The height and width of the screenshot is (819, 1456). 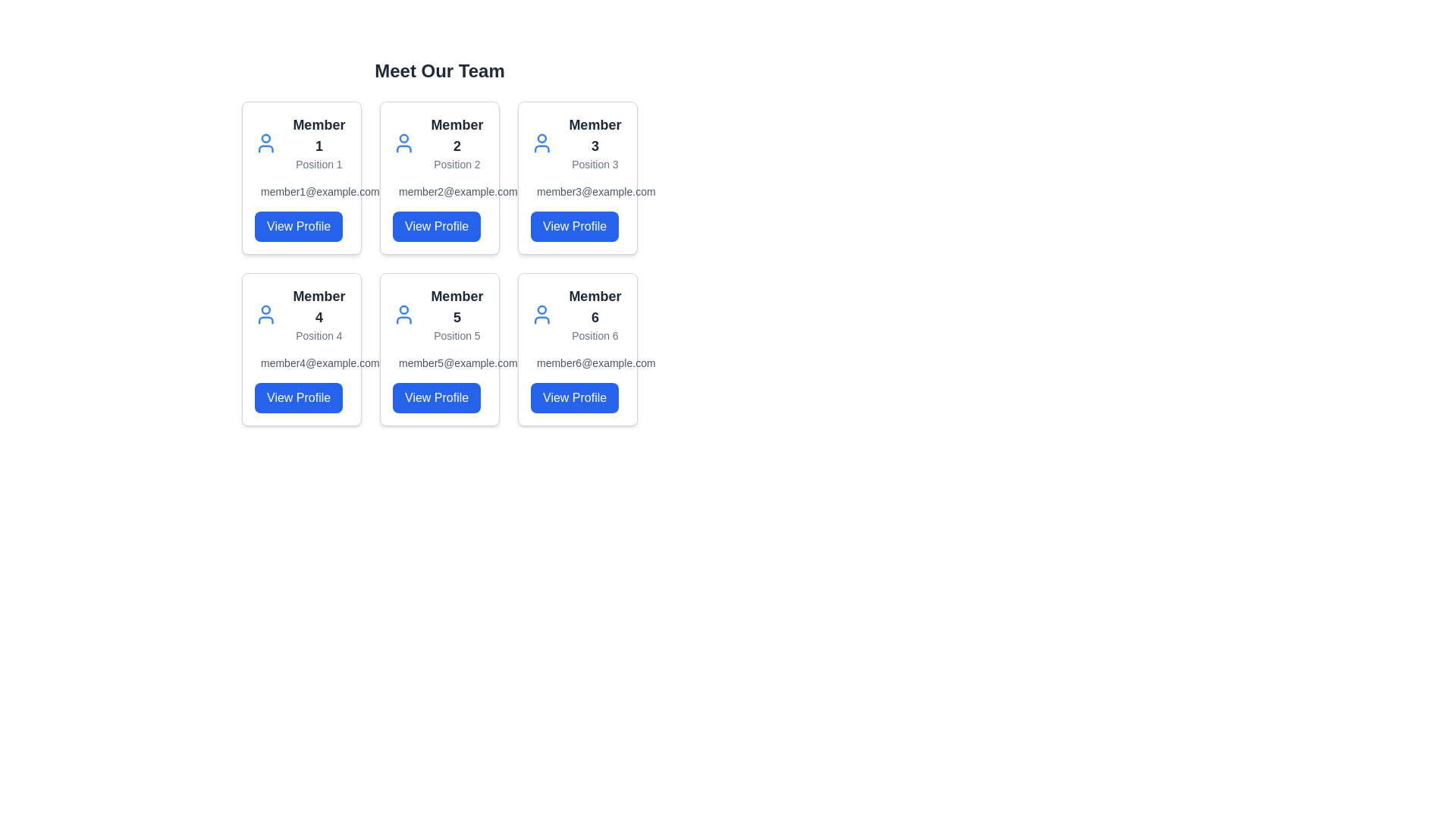 What do you see at coordinates (403, 309) in the screenshot?
I see `the circular profile icon located in the upper region of the card titled 'Member 5'` at bounding box center [403, 309].